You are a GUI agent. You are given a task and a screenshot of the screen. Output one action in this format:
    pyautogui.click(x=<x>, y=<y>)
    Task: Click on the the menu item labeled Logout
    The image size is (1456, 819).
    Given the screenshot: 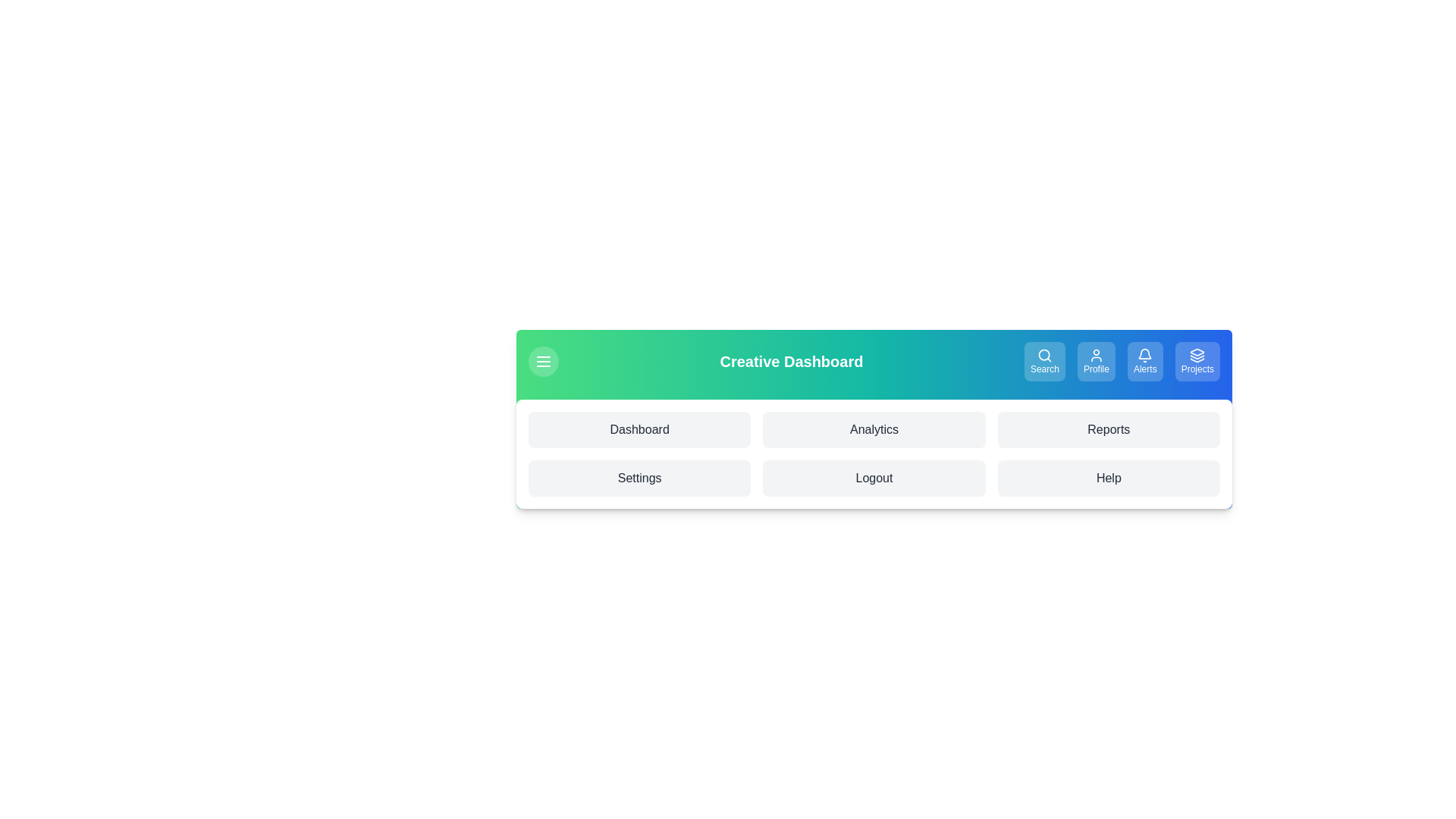 What is the action you would take?
    pyautogui.click(x=874, y=479)
    